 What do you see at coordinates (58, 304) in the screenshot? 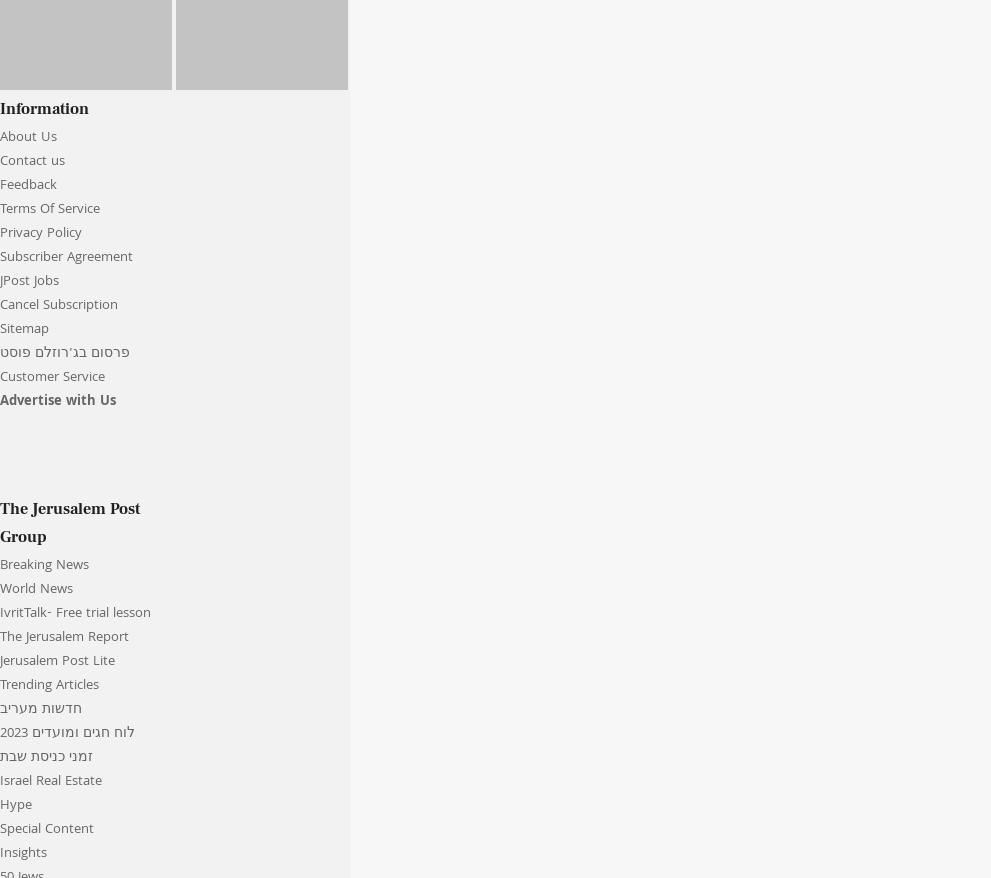
I see `'Cancel Subscription'` at bounding box center [58, 304].